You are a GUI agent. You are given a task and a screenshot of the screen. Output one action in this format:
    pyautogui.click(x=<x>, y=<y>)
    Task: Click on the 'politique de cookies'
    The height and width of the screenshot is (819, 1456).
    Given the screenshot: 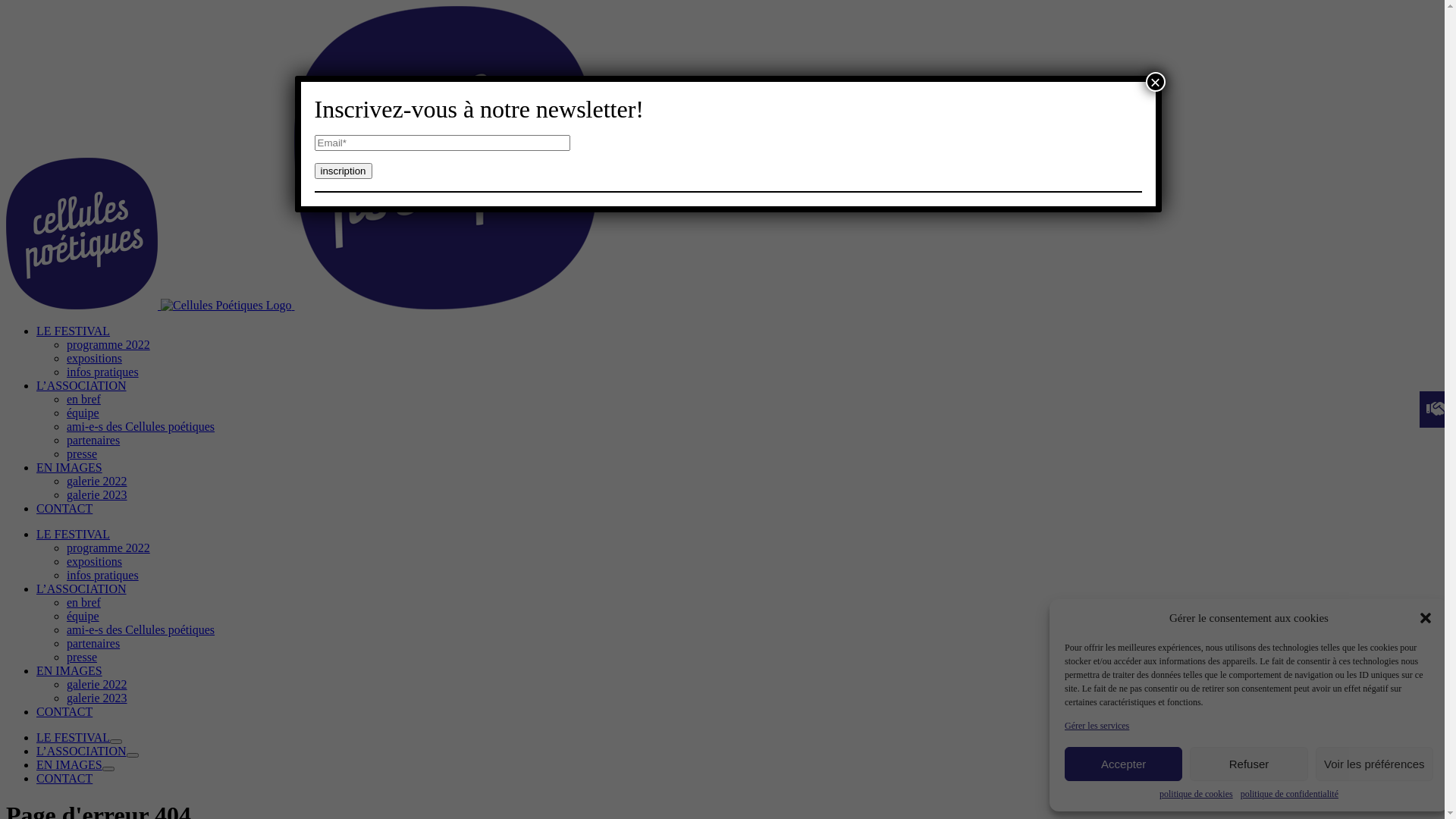 What is the action you would take?
    pyautogui.click(x=1159, y=793)
    